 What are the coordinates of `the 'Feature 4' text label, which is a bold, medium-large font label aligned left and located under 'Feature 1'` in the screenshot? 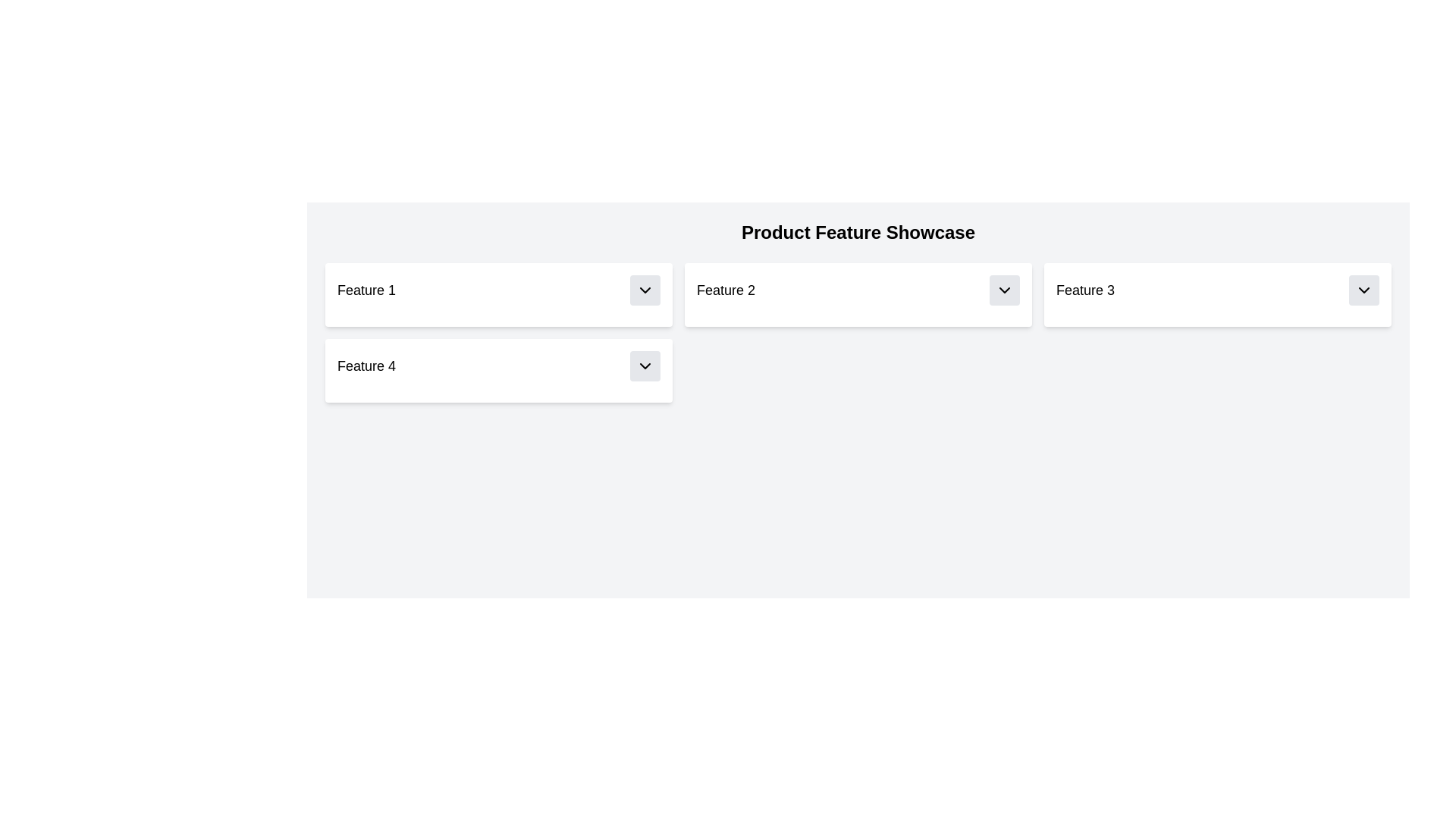 It's located at (366, 366).